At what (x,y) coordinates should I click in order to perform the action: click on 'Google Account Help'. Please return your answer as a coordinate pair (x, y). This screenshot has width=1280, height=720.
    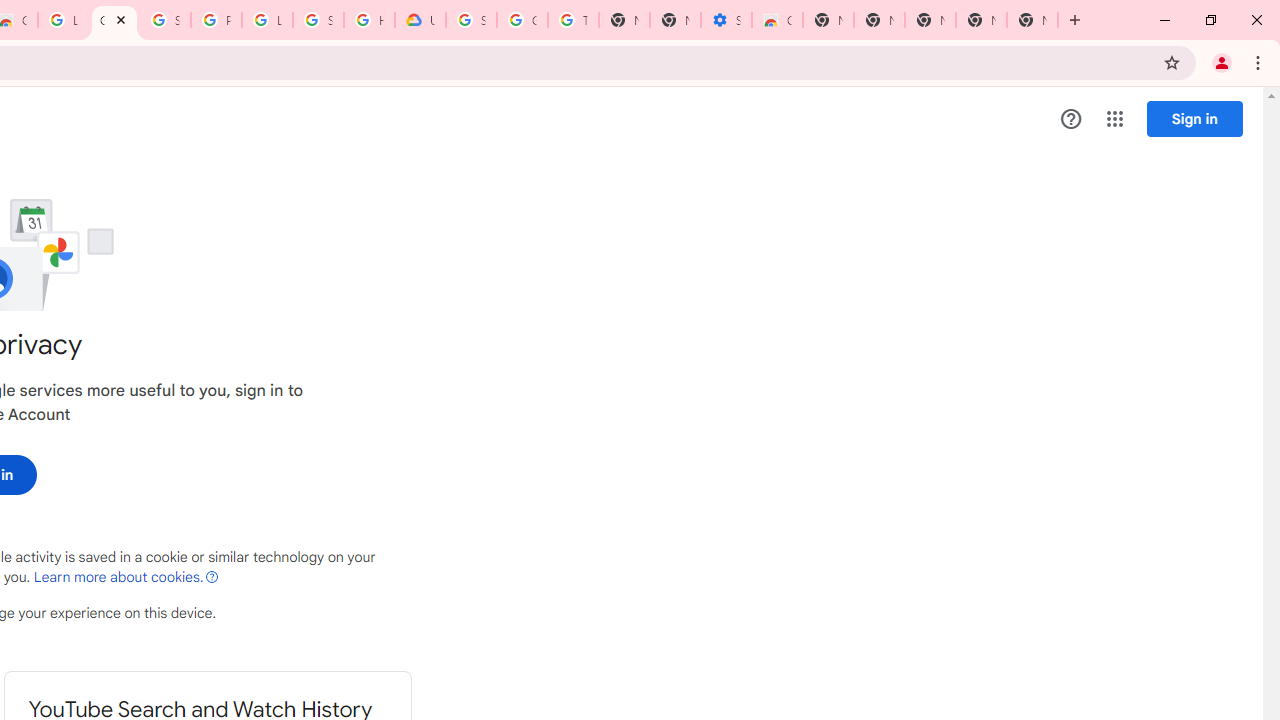
    Looking at the image, I should click on (522, 20).